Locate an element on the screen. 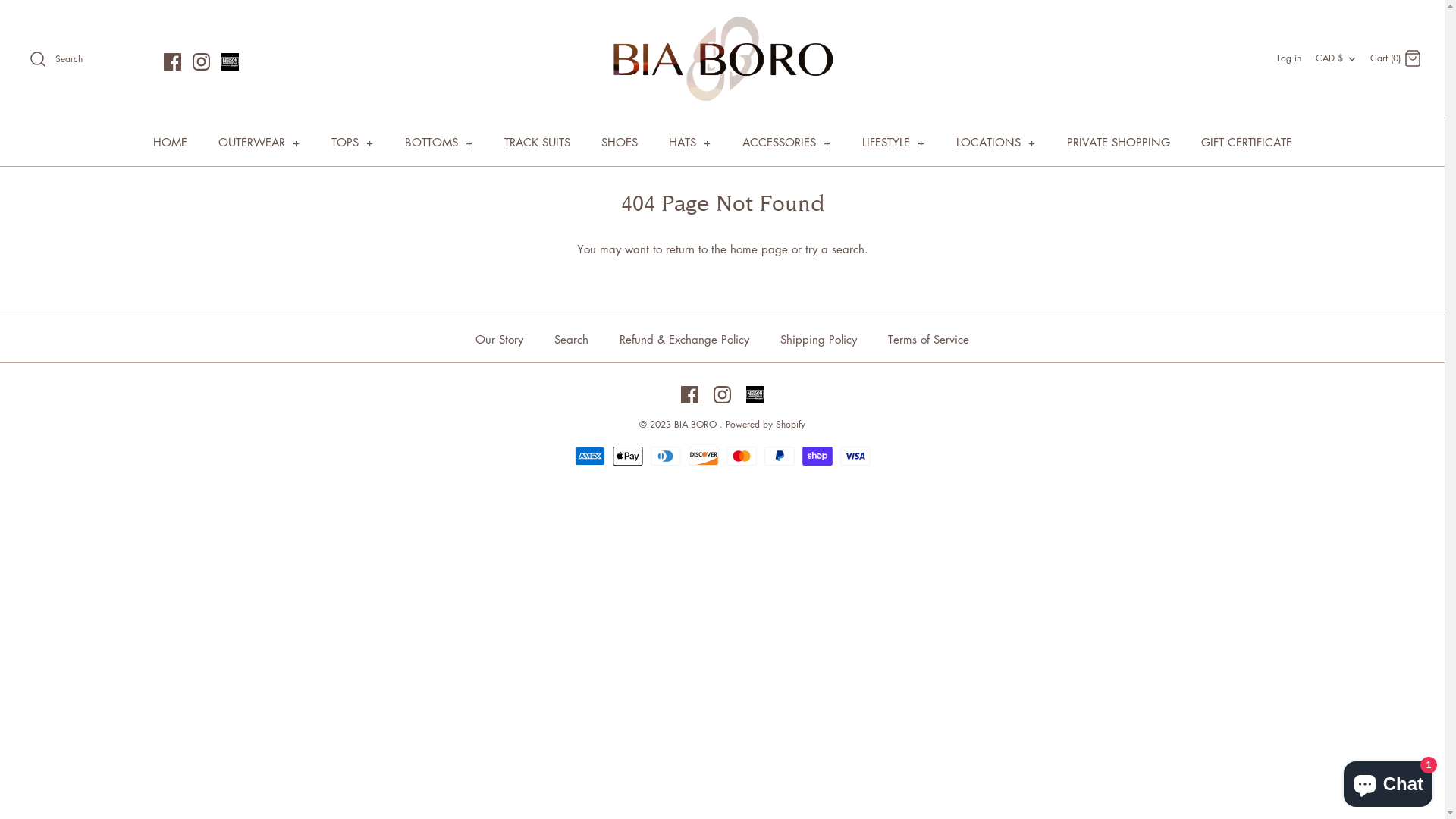 This screenshot has width=1456, height=819. 'Shopify online store chat' is located at coordinates (1339, 780).